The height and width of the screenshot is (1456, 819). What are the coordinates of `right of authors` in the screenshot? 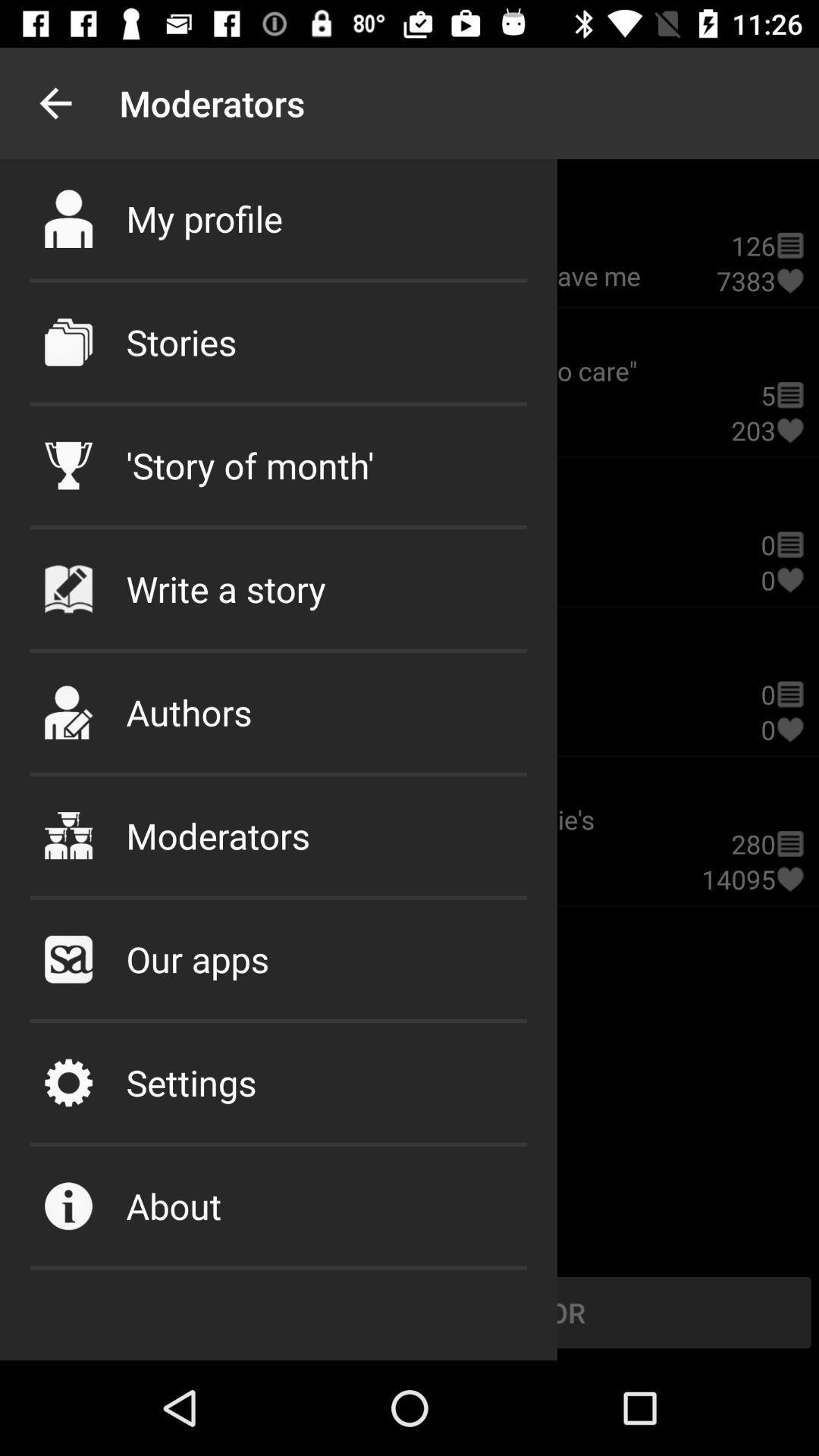 It's located at (789, 730).